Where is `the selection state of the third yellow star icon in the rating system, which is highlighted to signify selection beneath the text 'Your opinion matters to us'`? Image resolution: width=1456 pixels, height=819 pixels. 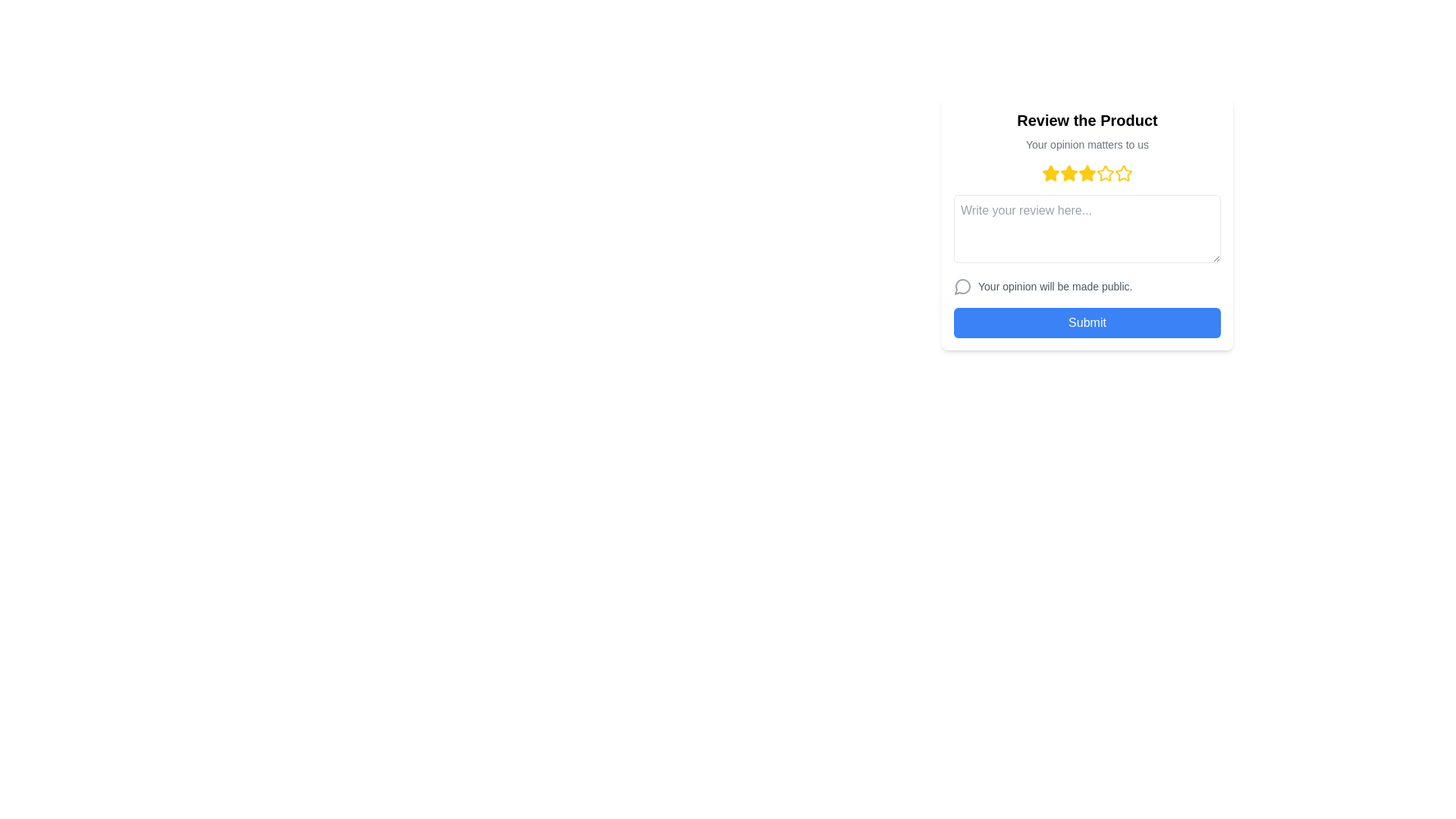 the selection state of the third yellow star icon in the rating system, which is highlighted to signify selection beneath the text 'Your opinion matters to us' is located at coordinates (1087, 172).